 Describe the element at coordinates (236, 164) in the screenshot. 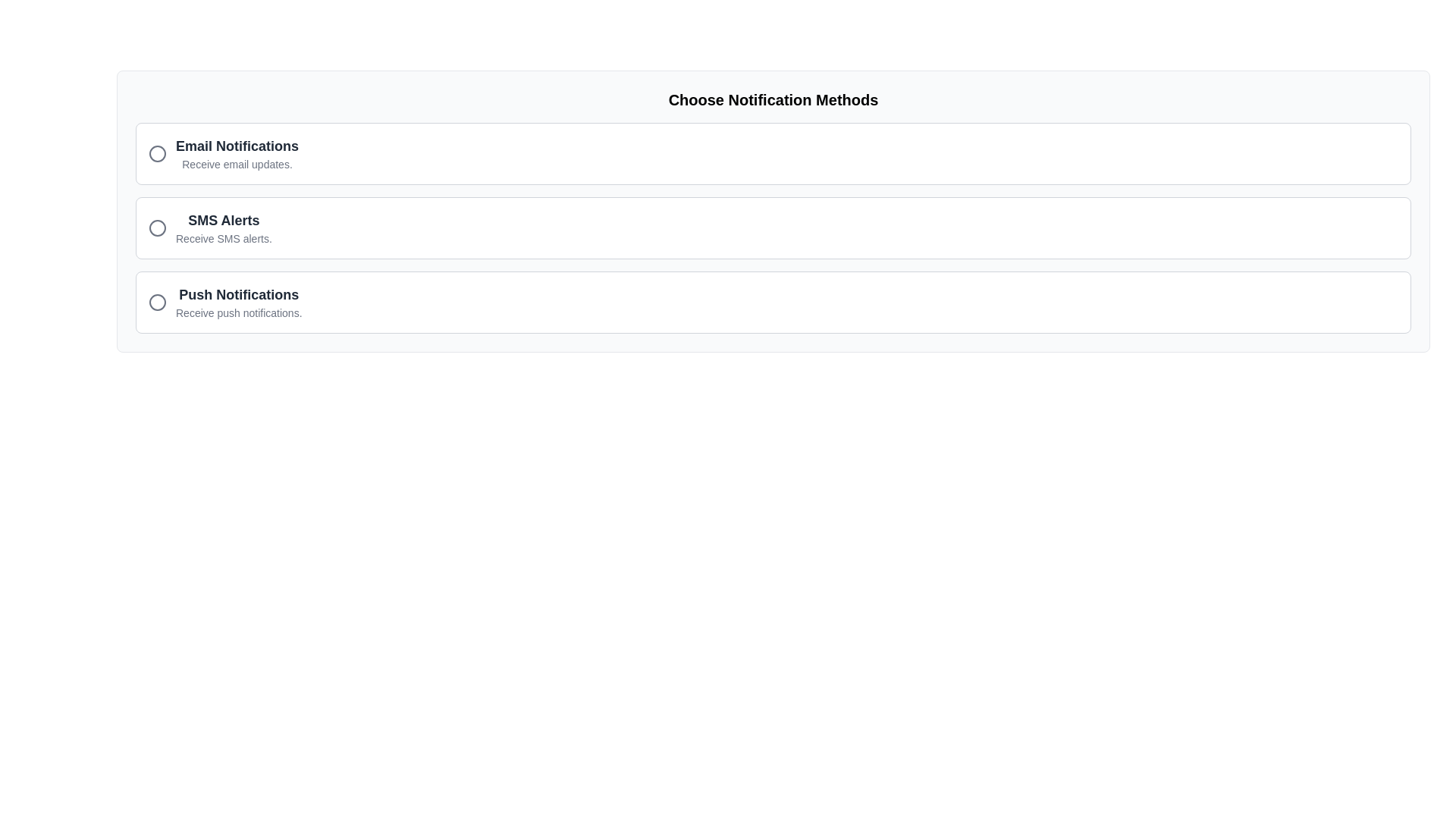

I see `the descriptive text element providing additional information about the 'Email Notifications' option, which is positioned directly beneath the title of the option` at that location.